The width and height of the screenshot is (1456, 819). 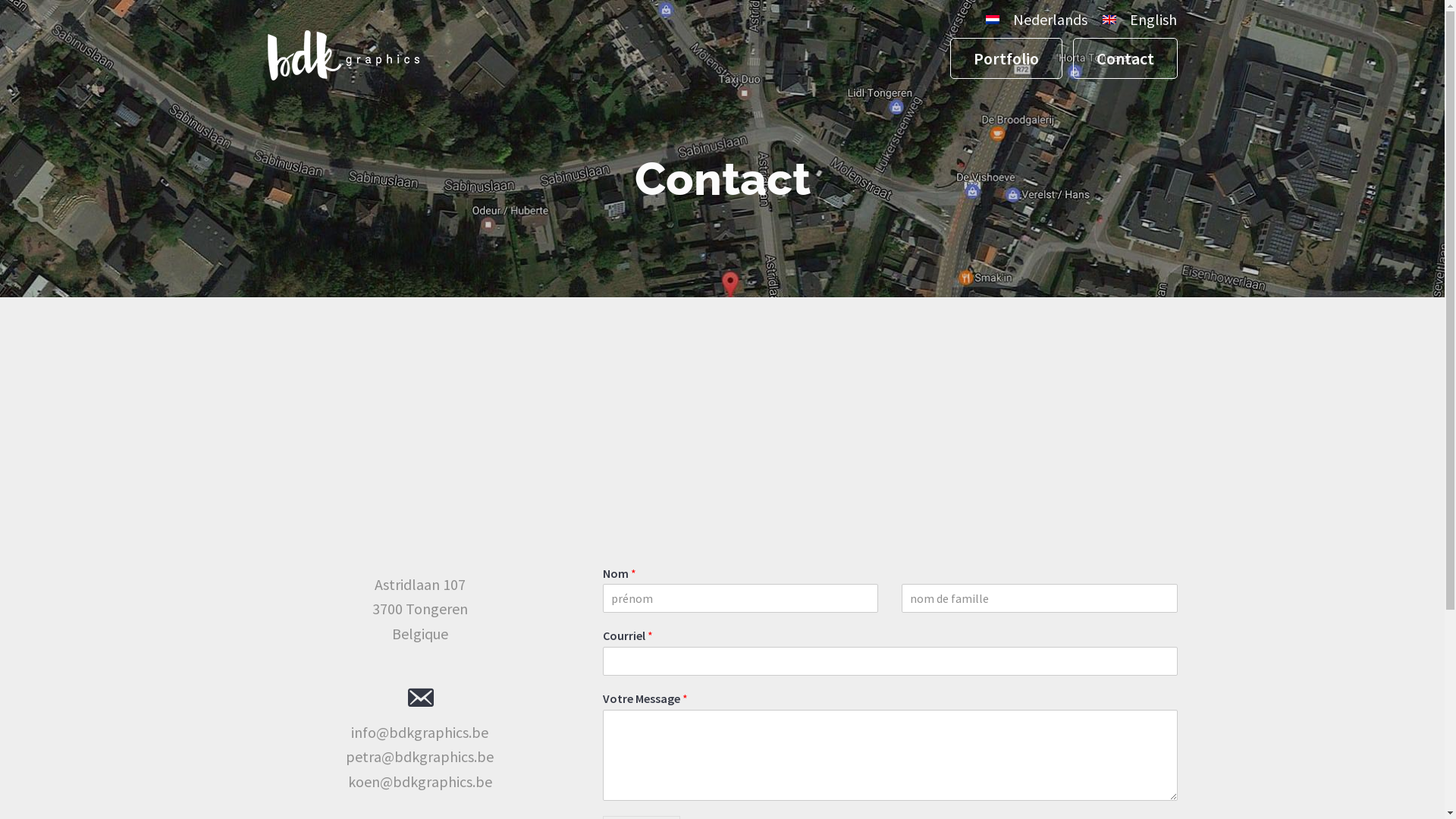 What do you see at coordinates (1005, 58) in the screenshot?
I see `'Portfolio'` at bounding box center [1005, 58].